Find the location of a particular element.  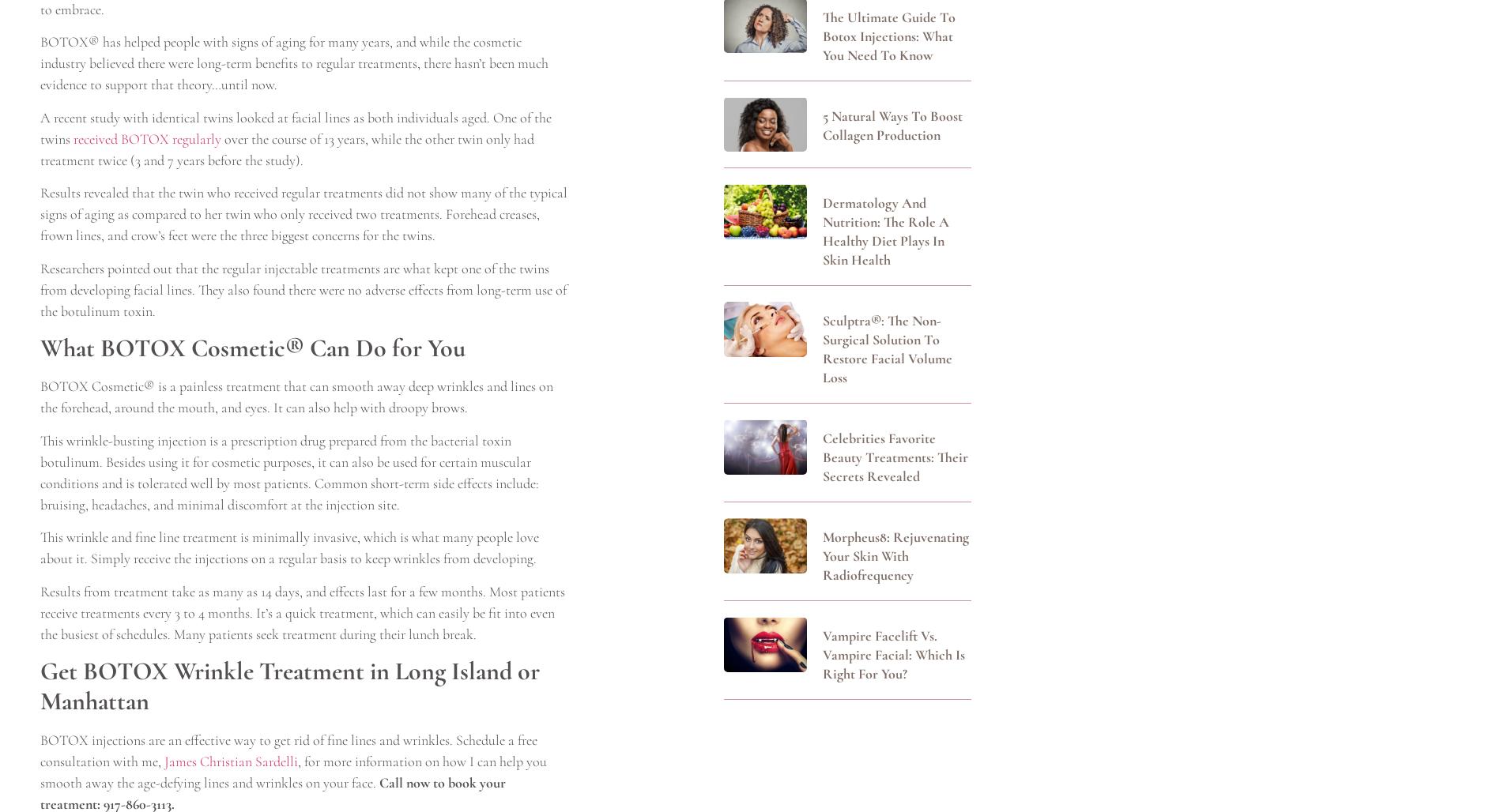

'Morpheus8: Rejuvenating Your Skin with Radiofrequency' is located at coordinates (821, 555).